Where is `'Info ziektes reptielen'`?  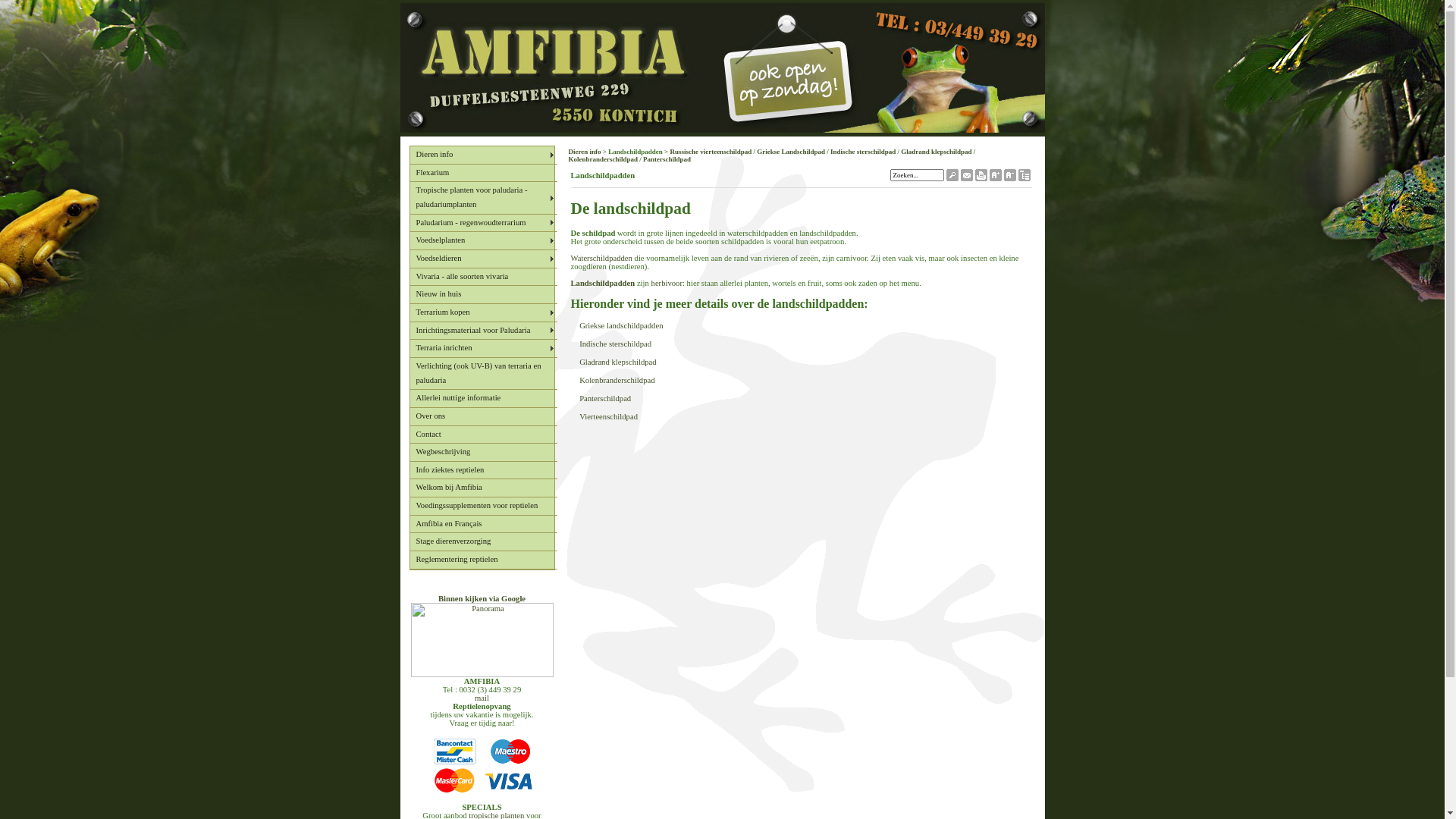
'Info ziektes reptielen' is located at coordinates (482, 470).